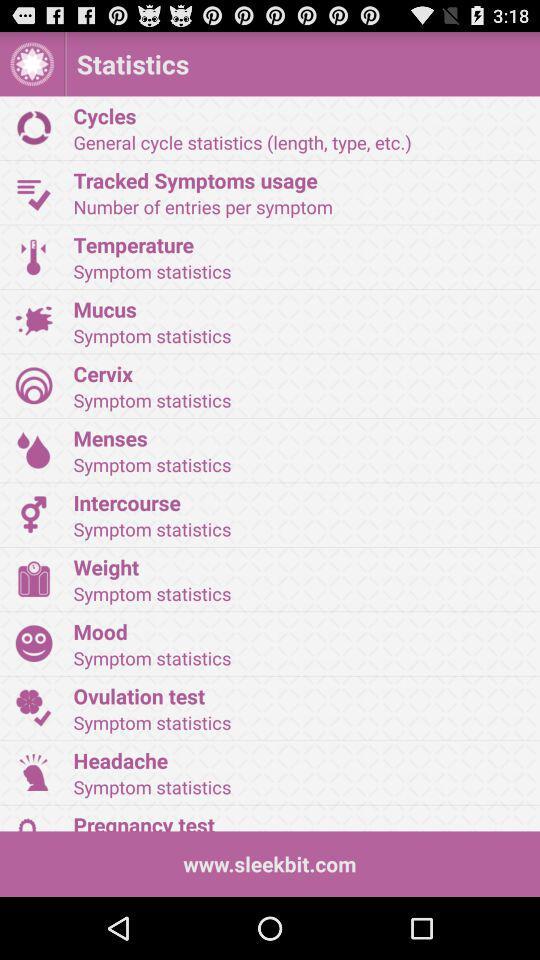 The height and width of the screenshot is (960, 540). I want to click on headache icon, so click(299, 759).